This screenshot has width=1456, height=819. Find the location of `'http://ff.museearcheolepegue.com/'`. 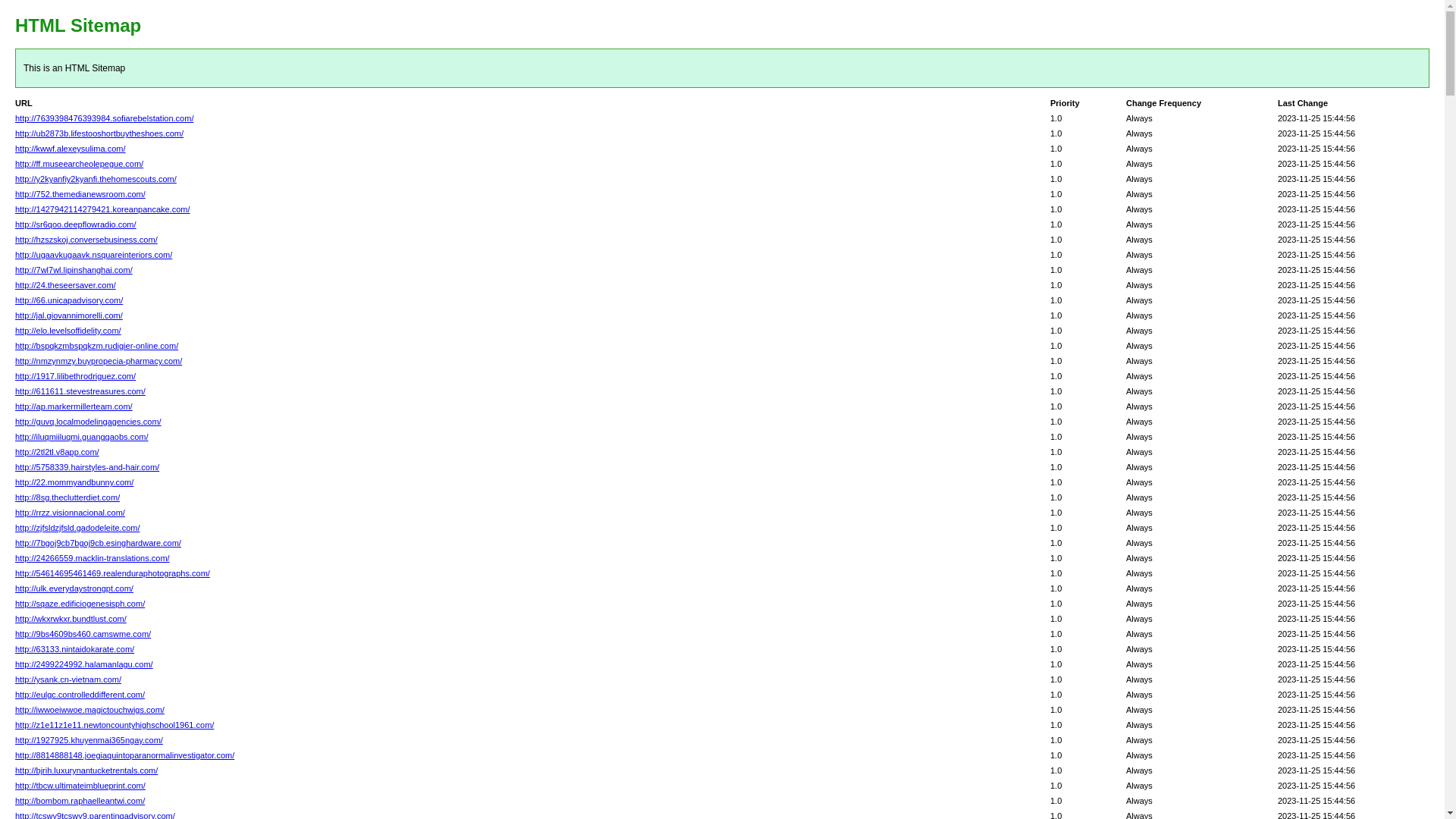

'http://ff.museearcheolepegue.com/' is located at coordinates (14, 164).